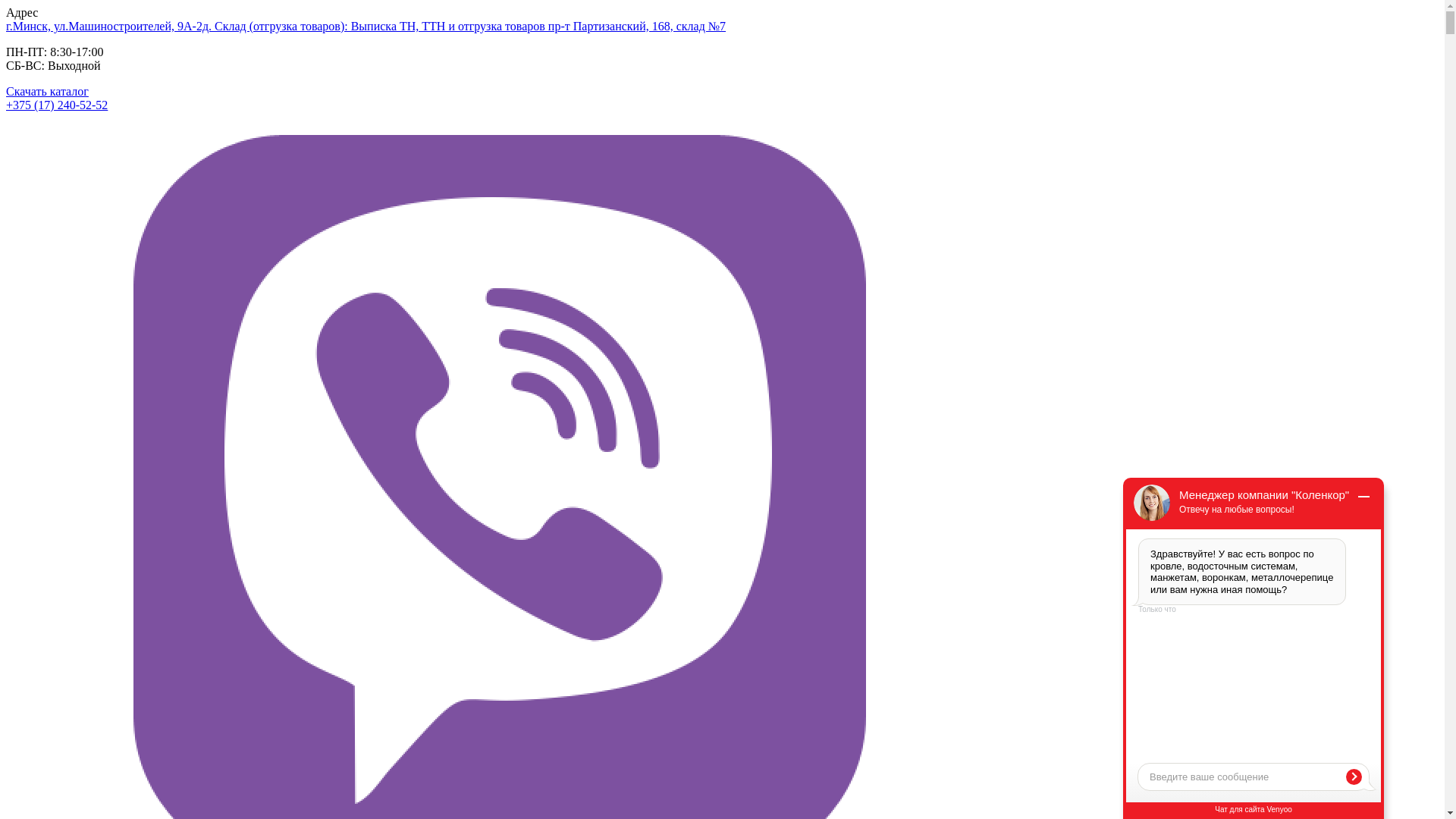 The height and width of the screenshot is (819, 1456). Describe the element at coordinates (57, 104) in the screenshot. I see `'+375 (17) 240-52-52'` at that location.